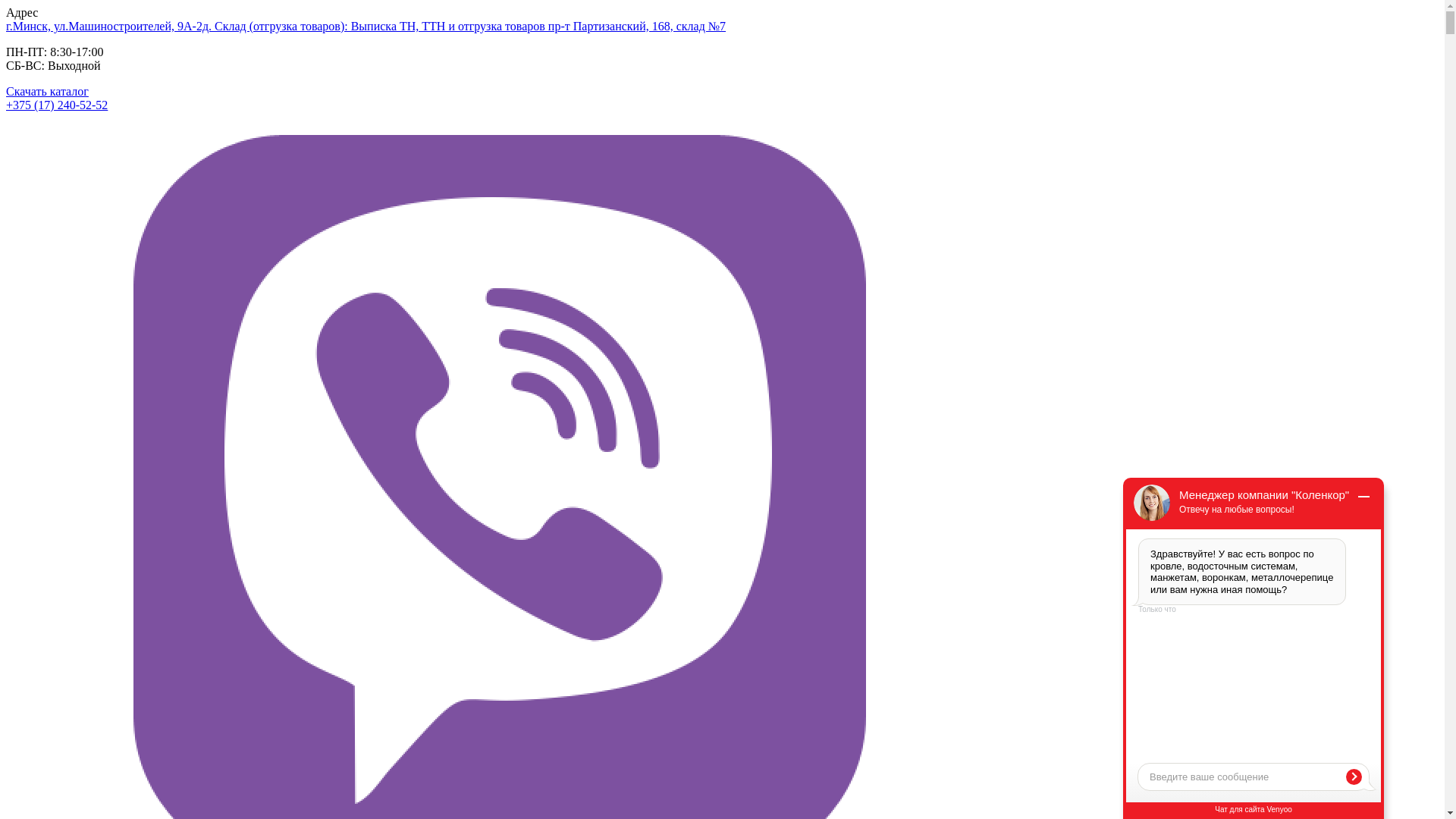 The height and width of the screenshot is (819, 1456). Describe the element at coordinates (57, 104) in the screenshot. I see `'+375 (17) 240-52-52'` at that location.